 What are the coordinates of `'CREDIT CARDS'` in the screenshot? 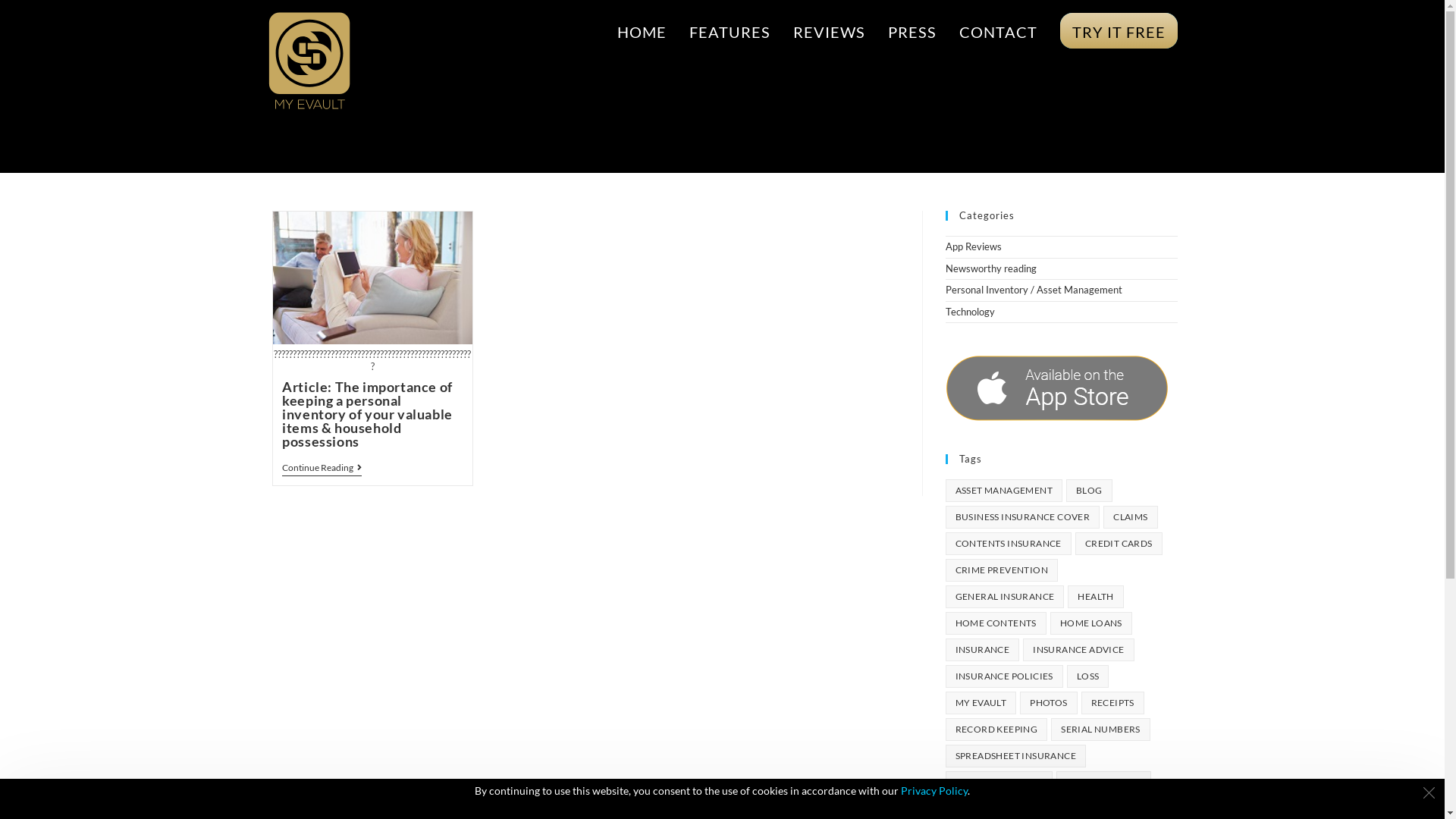 It's located at (1119, 543).